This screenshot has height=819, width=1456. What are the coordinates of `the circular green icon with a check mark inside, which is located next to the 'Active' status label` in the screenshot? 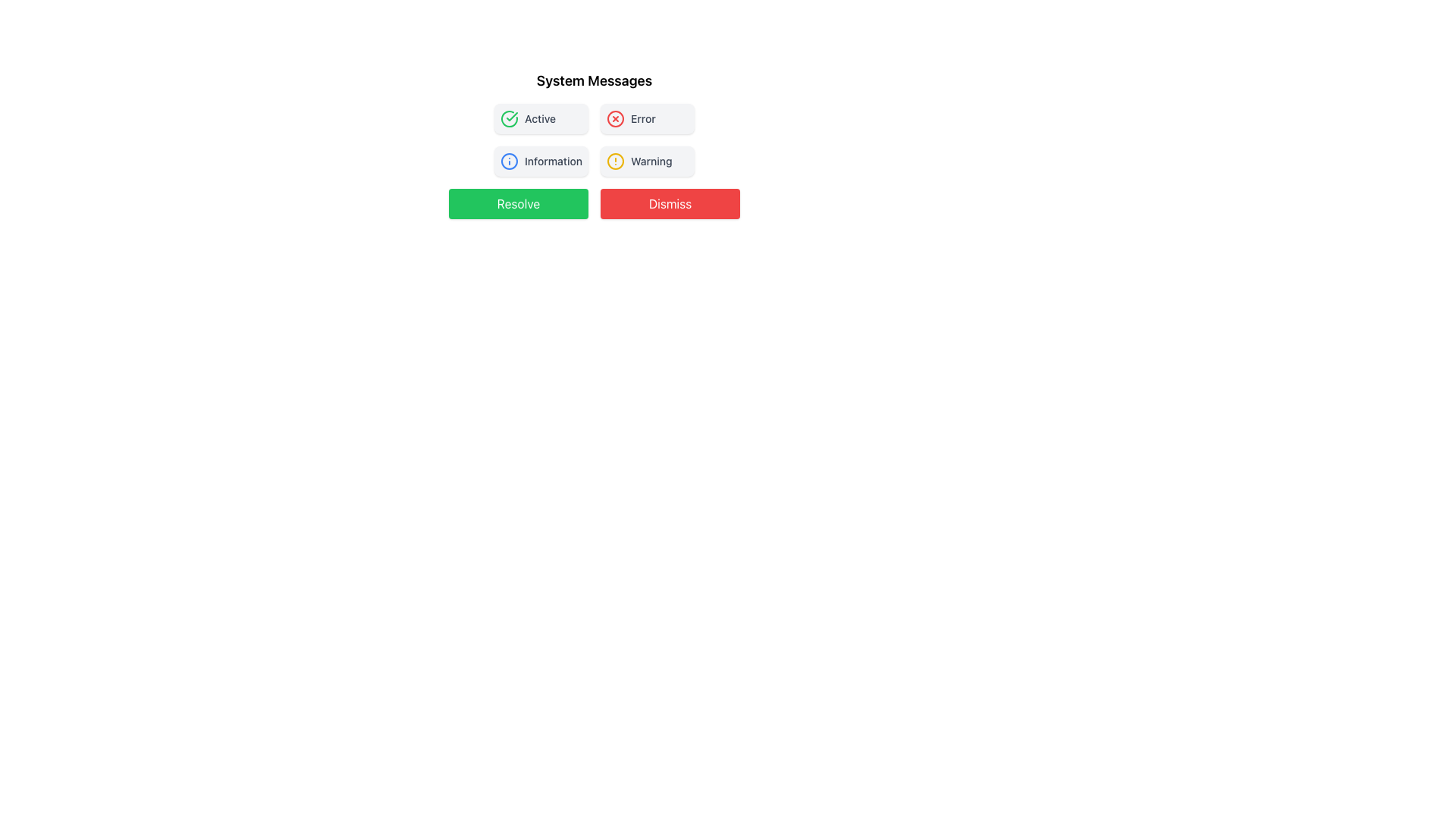 It's located at (510, 118).